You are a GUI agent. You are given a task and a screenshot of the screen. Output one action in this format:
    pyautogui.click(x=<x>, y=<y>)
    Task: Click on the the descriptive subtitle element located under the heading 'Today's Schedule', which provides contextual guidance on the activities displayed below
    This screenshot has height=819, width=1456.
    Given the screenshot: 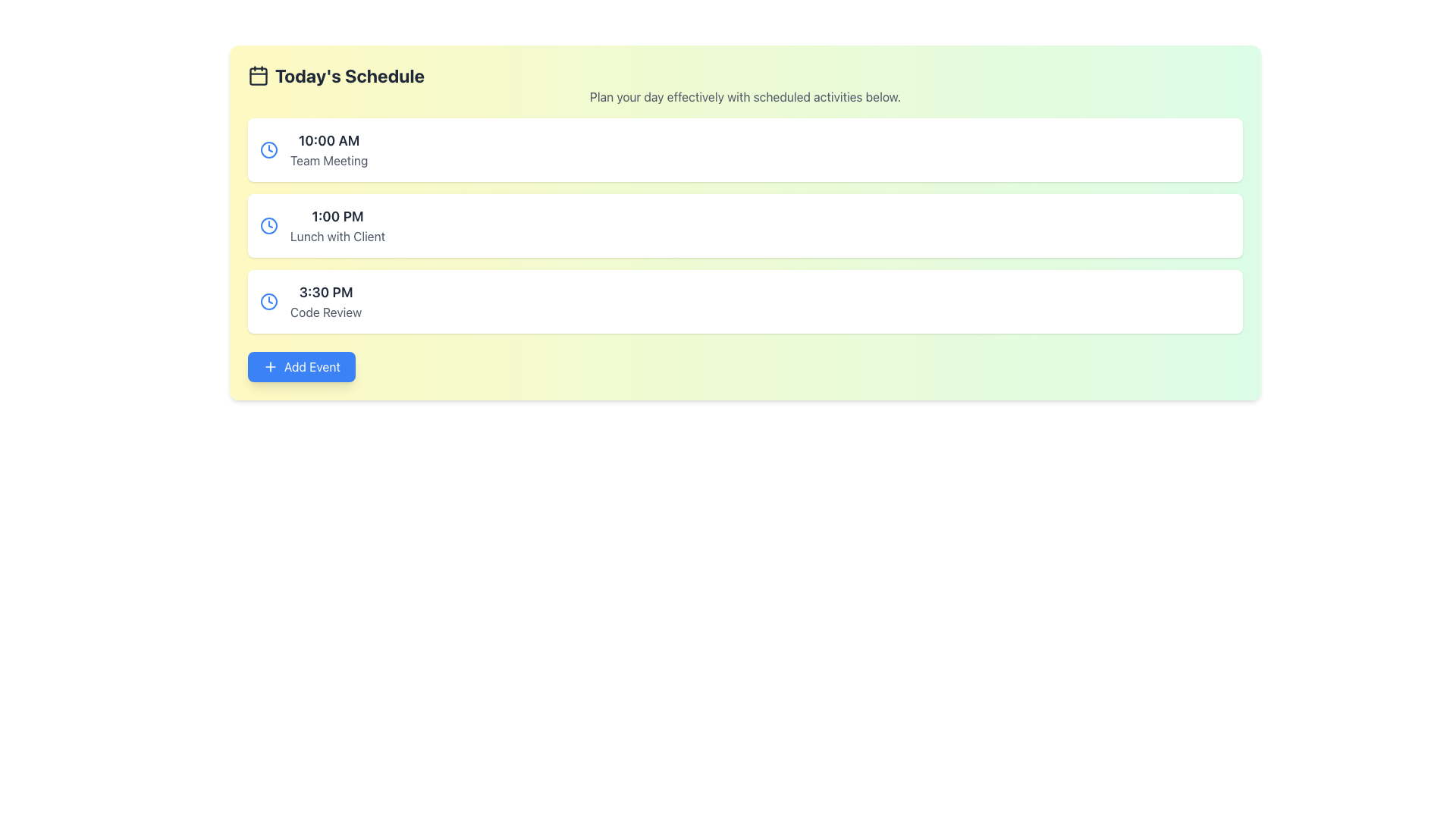 What is the action you would take?
    pyautogui.click(x=745, y=96)
    